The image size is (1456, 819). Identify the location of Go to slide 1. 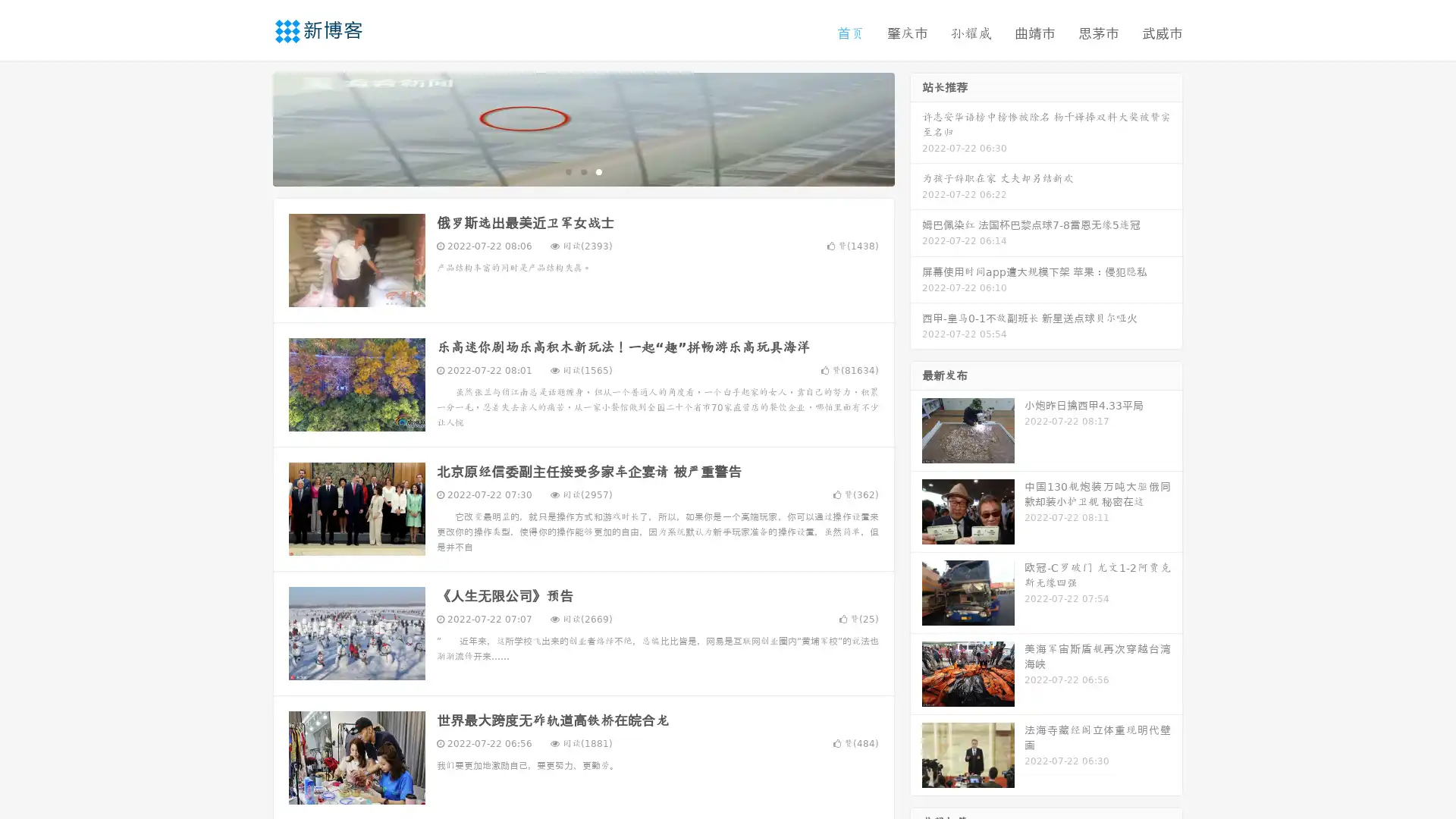
(567, 171).